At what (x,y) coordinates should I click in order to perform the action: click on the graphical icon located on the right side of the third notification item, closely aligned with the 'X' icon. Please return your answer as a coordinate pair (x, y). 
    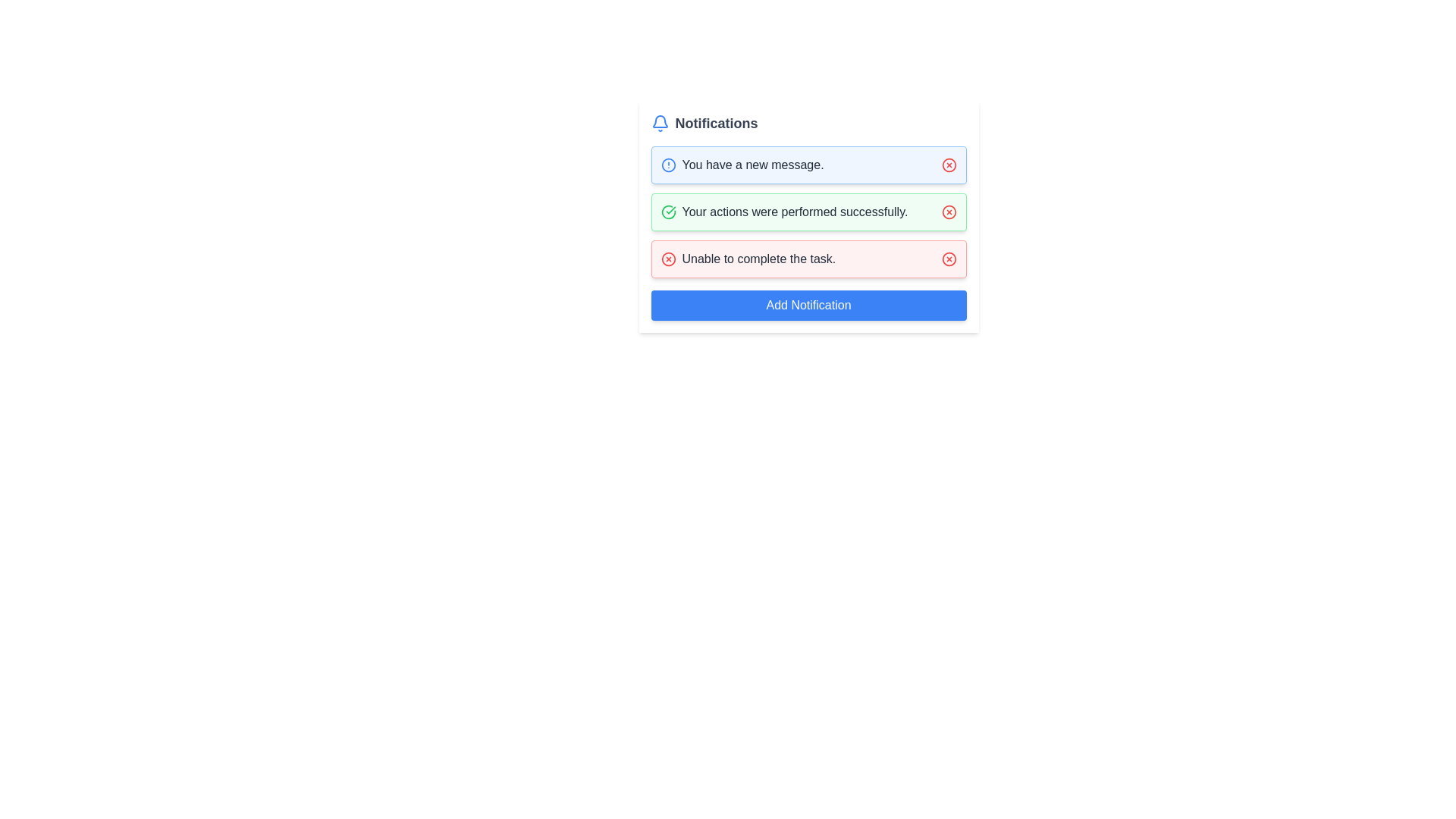
    Looking at the image, I should click on (948, 259).